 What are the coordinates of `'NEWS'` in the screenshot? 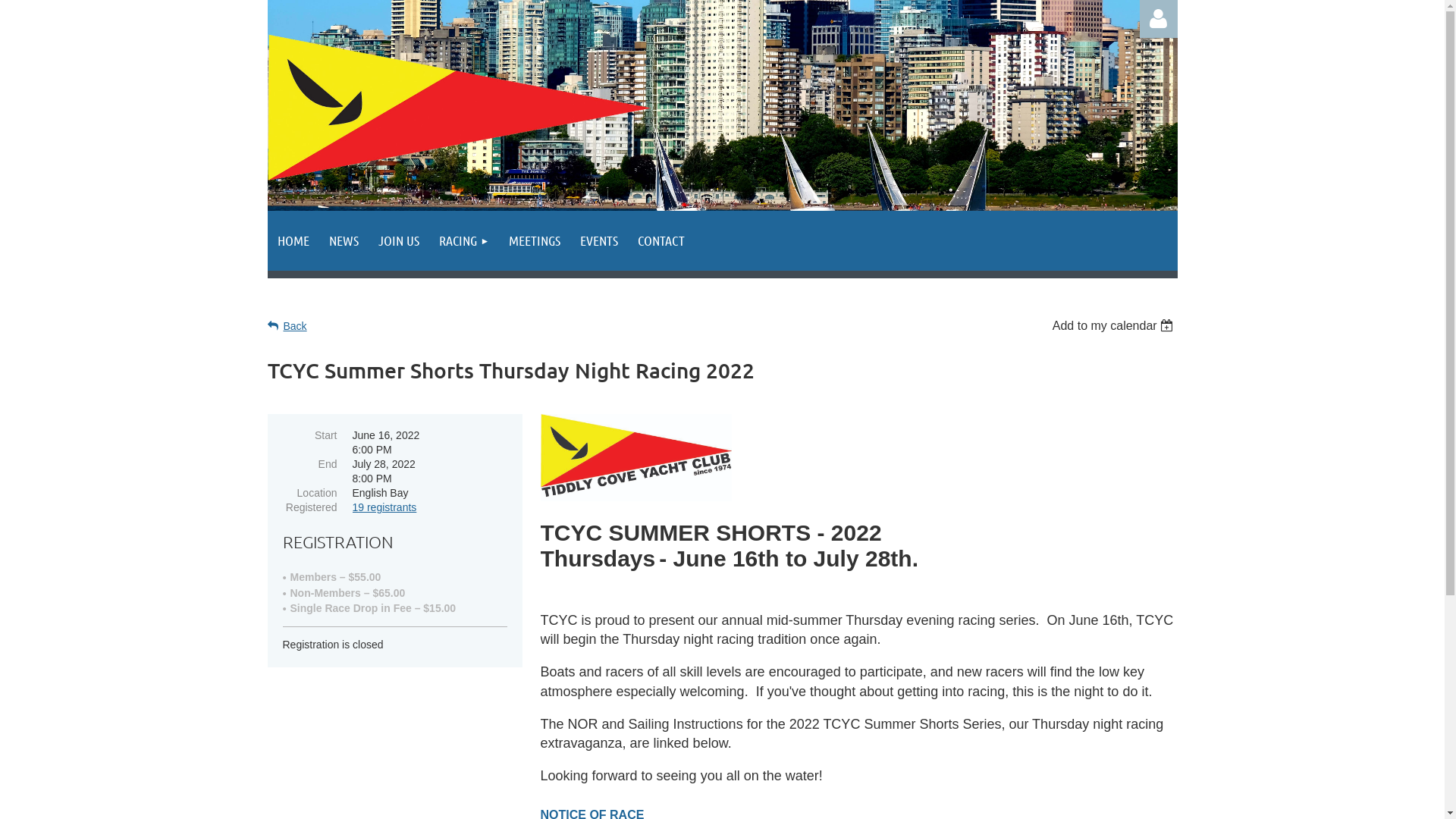 It's located at (318, 240).